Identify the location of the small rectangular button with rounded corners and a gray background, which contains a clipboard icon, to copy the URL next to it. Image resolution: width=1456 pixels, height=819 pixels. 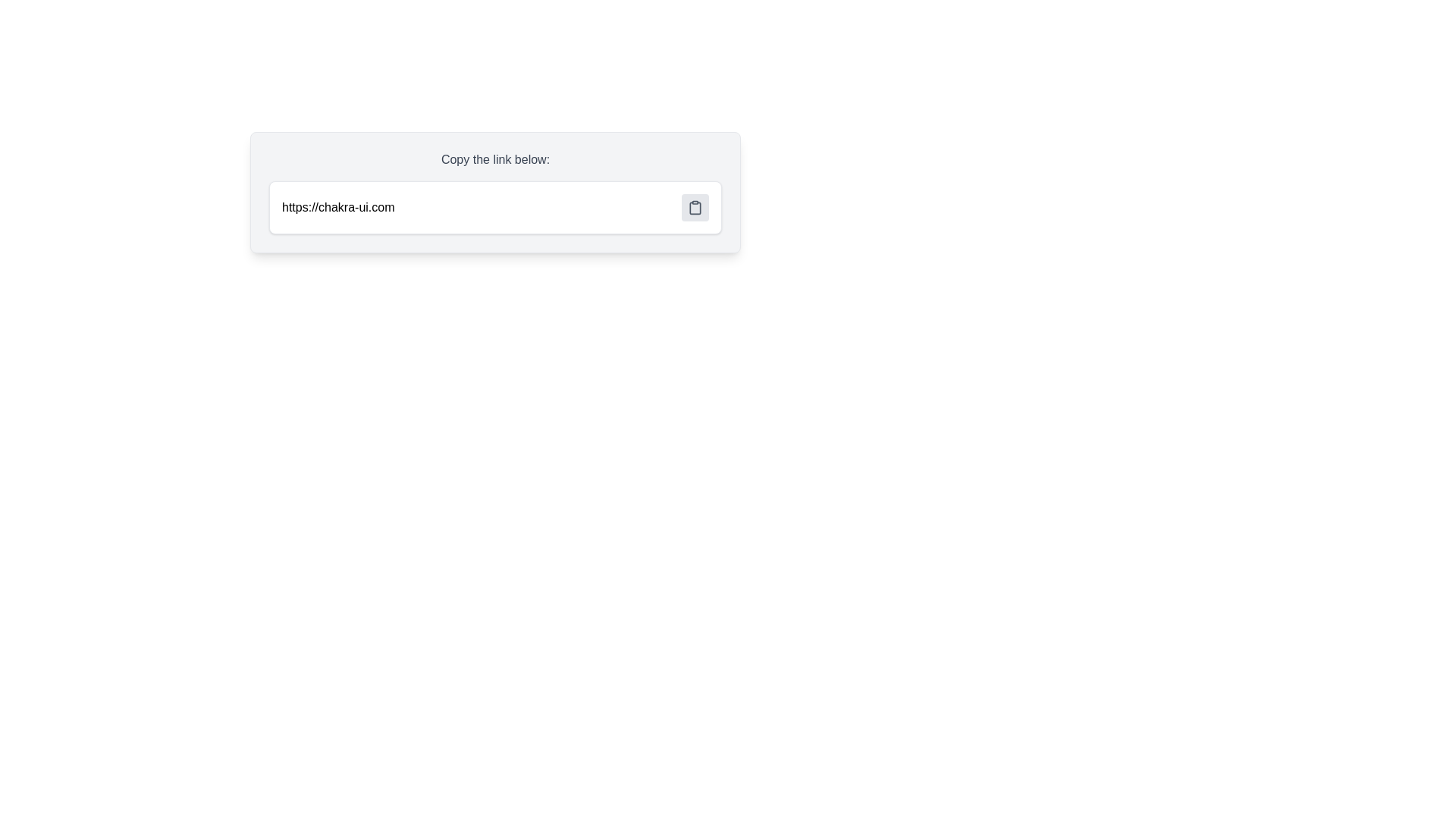
(694, 207).